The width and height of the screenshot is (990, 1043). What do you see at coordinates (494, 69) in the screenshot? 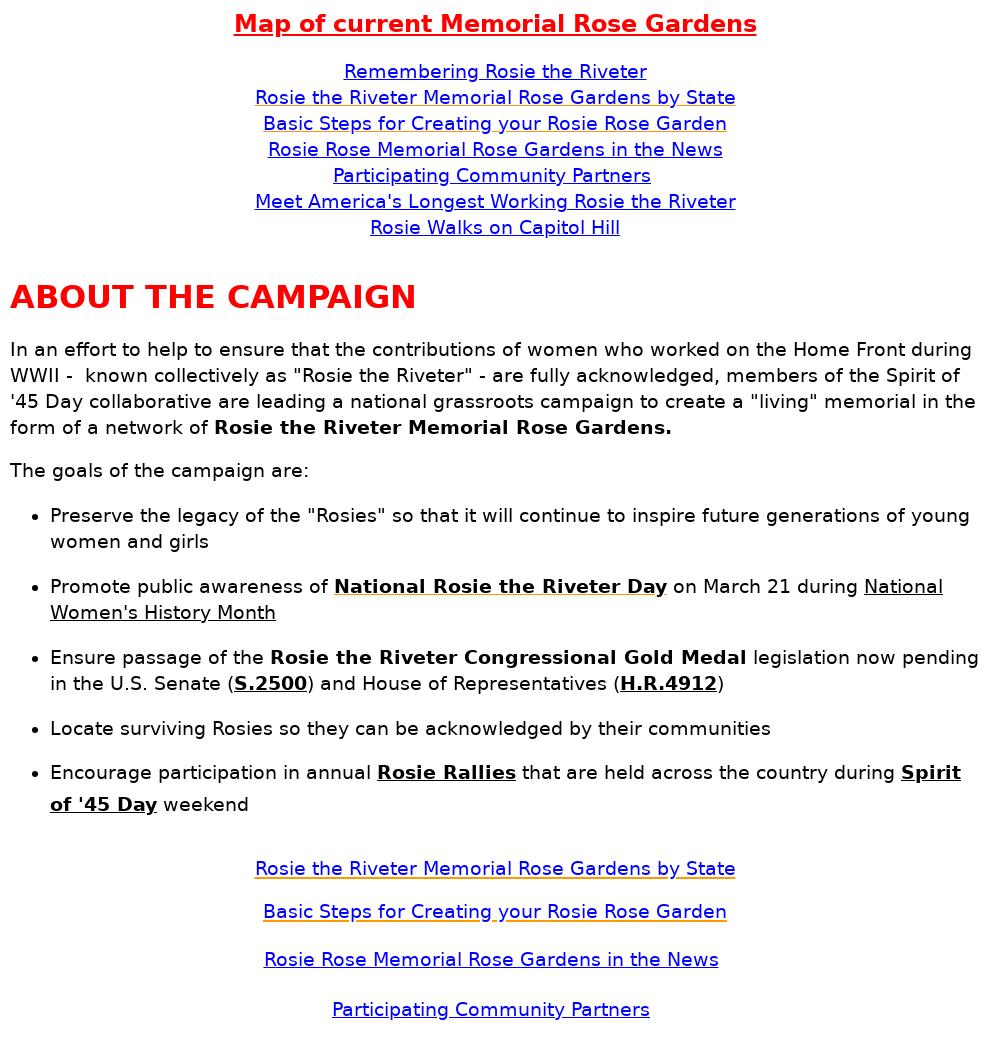
I see `'Remembering Rosie the Riveter'` at bounding box center [494, 69].